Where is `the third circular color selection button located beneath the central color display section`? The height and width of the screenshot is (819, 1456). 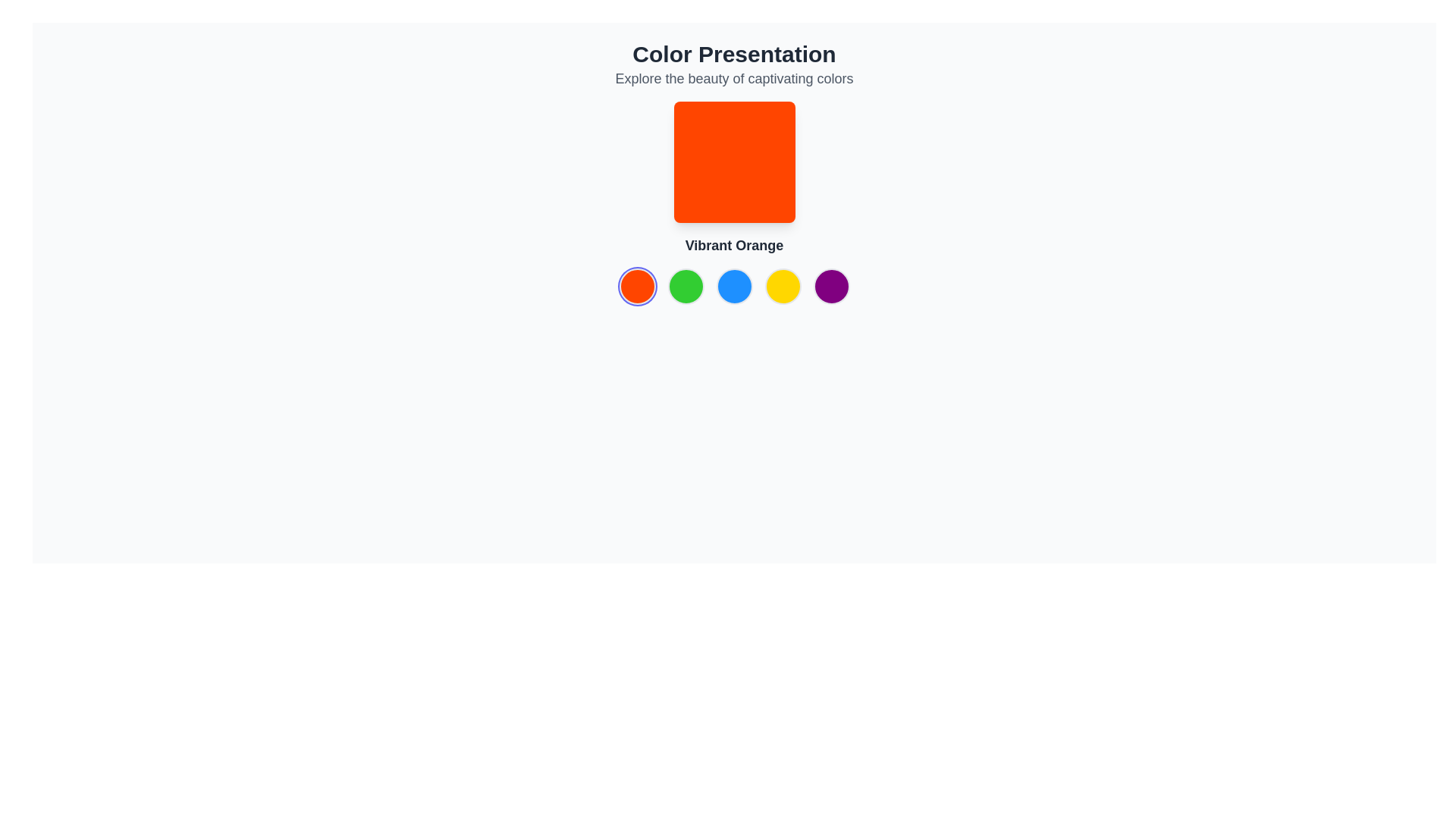 the third circular color selection button located beneath the central color display section is located at coordinates (734, 287).